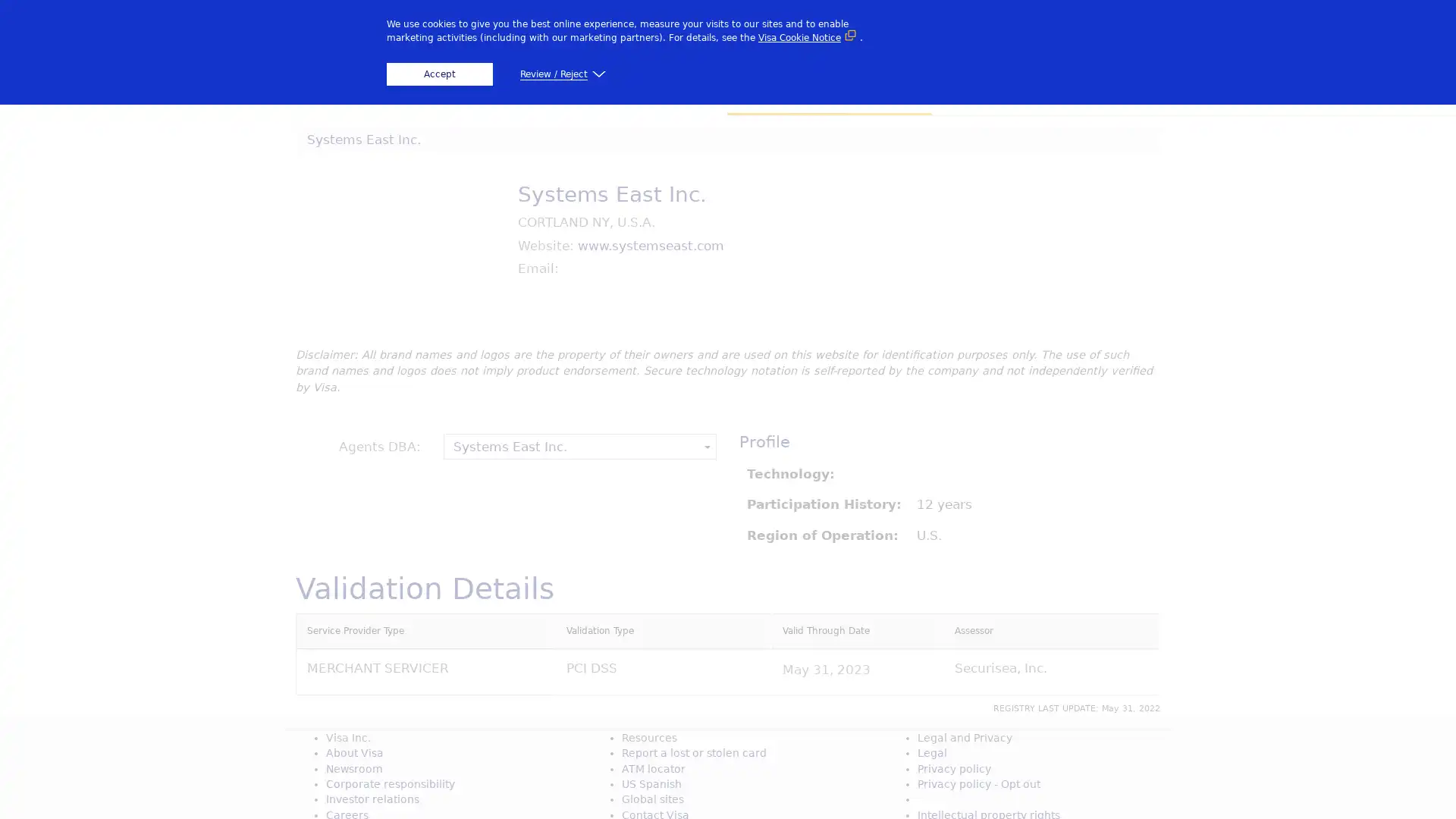 This screenshot has width=1456, height=819. Describe the element at coordinates (439, 73) in the screenshot. I see `Accept` at that location.